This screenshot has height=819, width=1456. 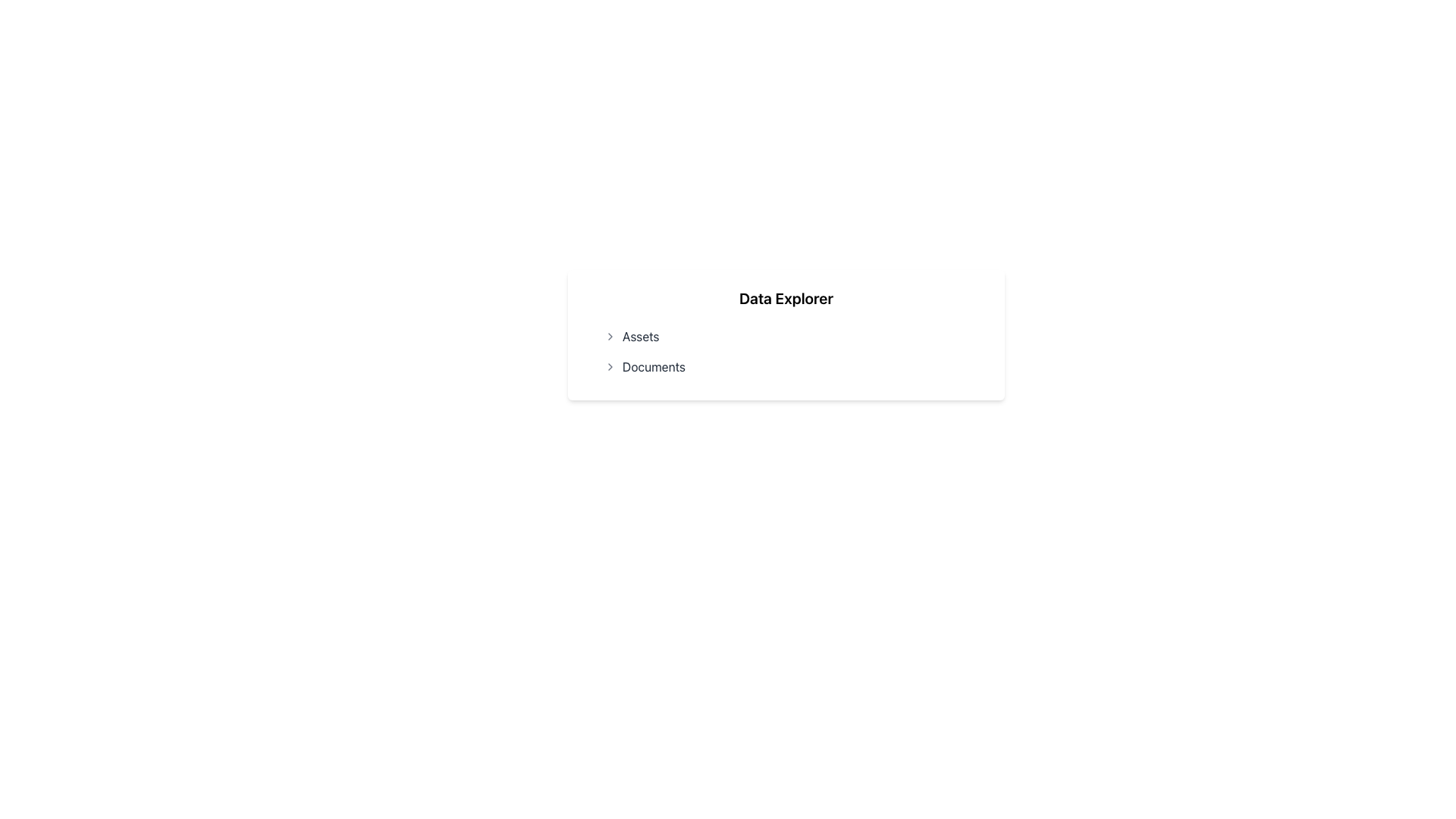 I want to click on the text label that serves as a title for a navigation link in the sidebar menu, positioned to the right of a chevron icon and the second item under the 'Data Explorer' heading, so click(x=654, y=366).